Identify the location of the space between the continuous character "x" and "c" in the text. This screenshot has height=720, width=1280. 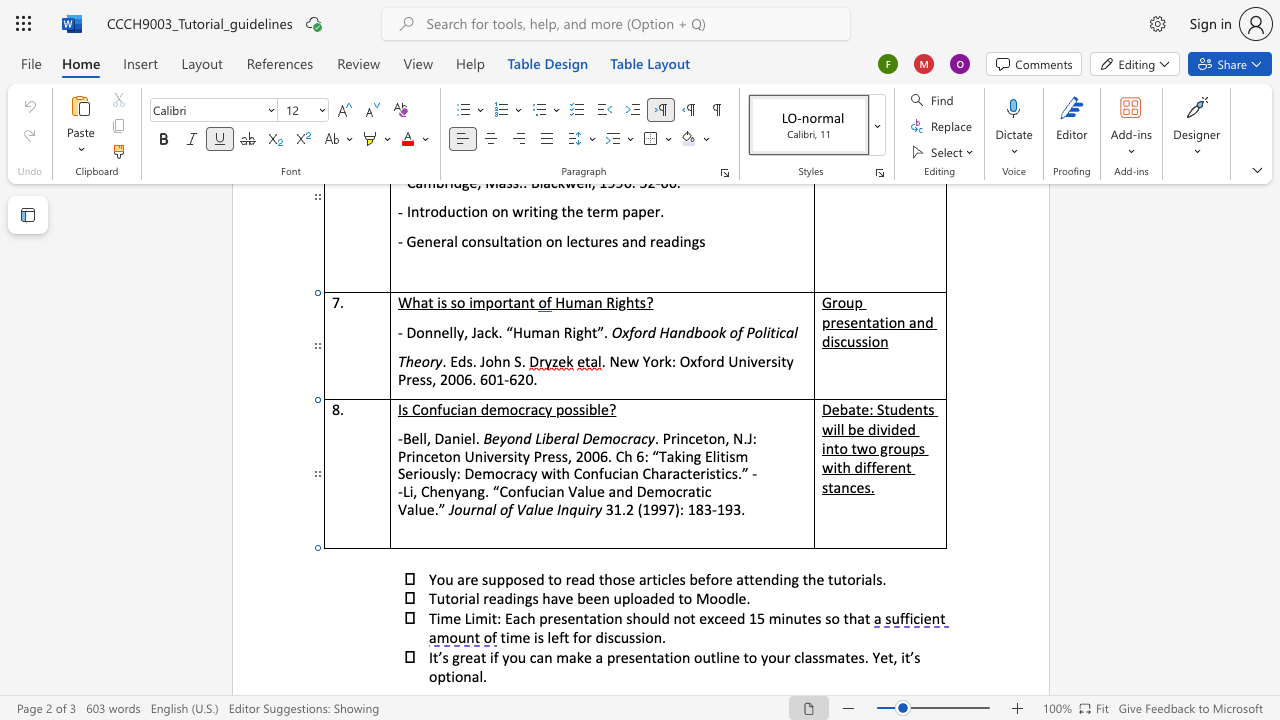
(714, 617).